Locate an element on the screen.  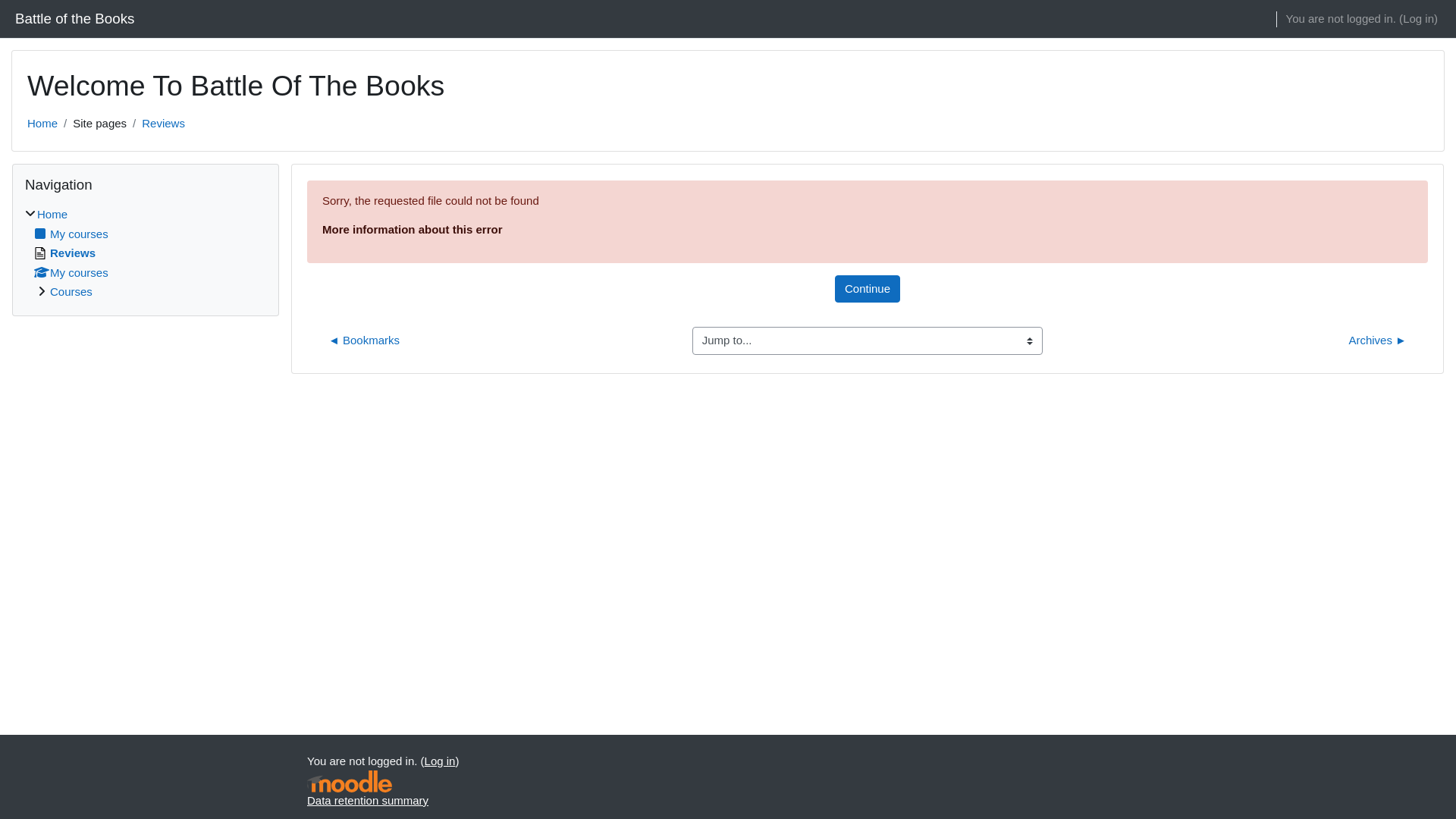
'Home' is located at coordinates (42, 122).